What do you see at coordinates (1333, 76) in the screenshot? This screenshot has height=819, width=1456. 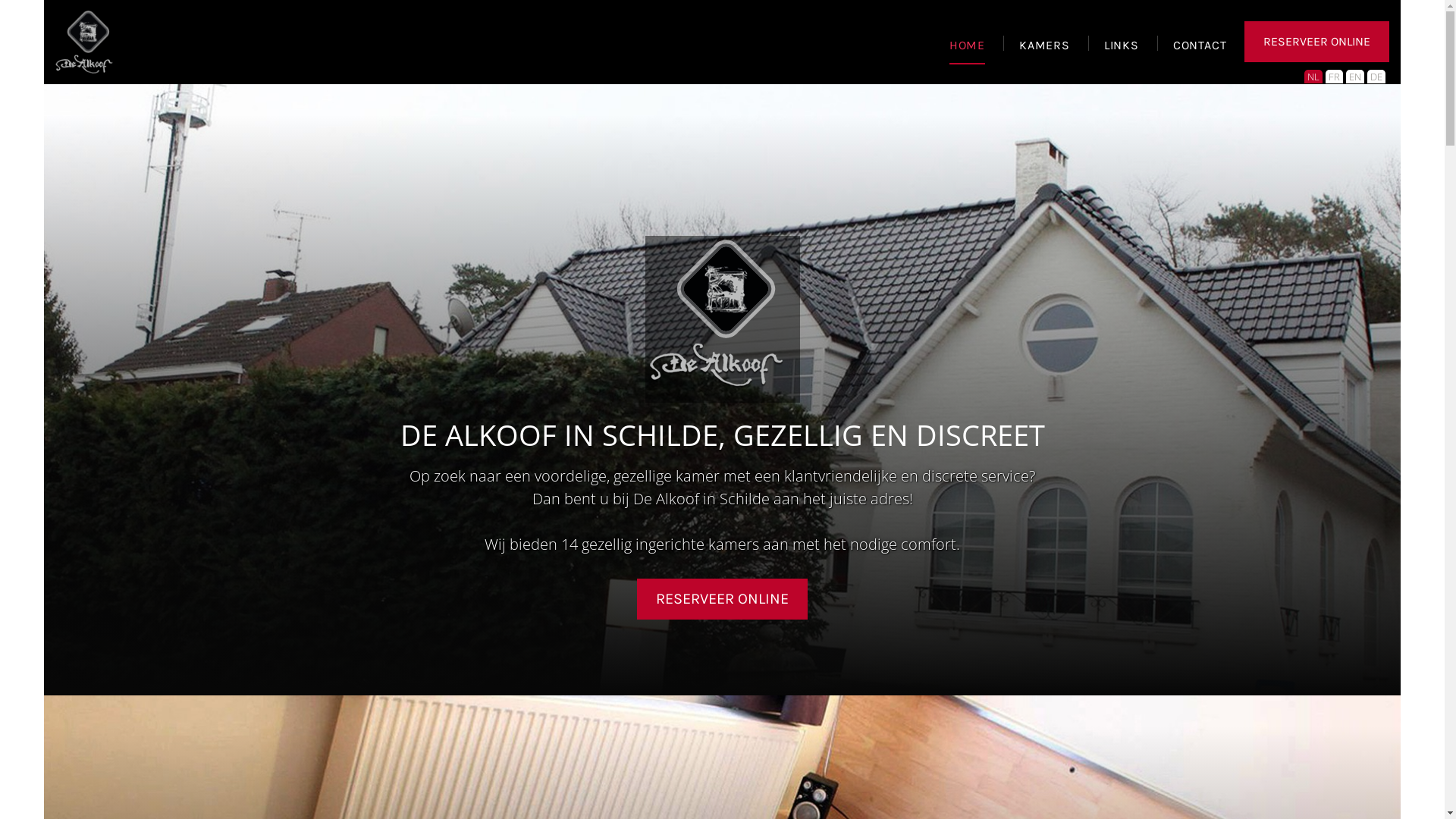 I see `'FR'` at bounding box center [1333, 76].